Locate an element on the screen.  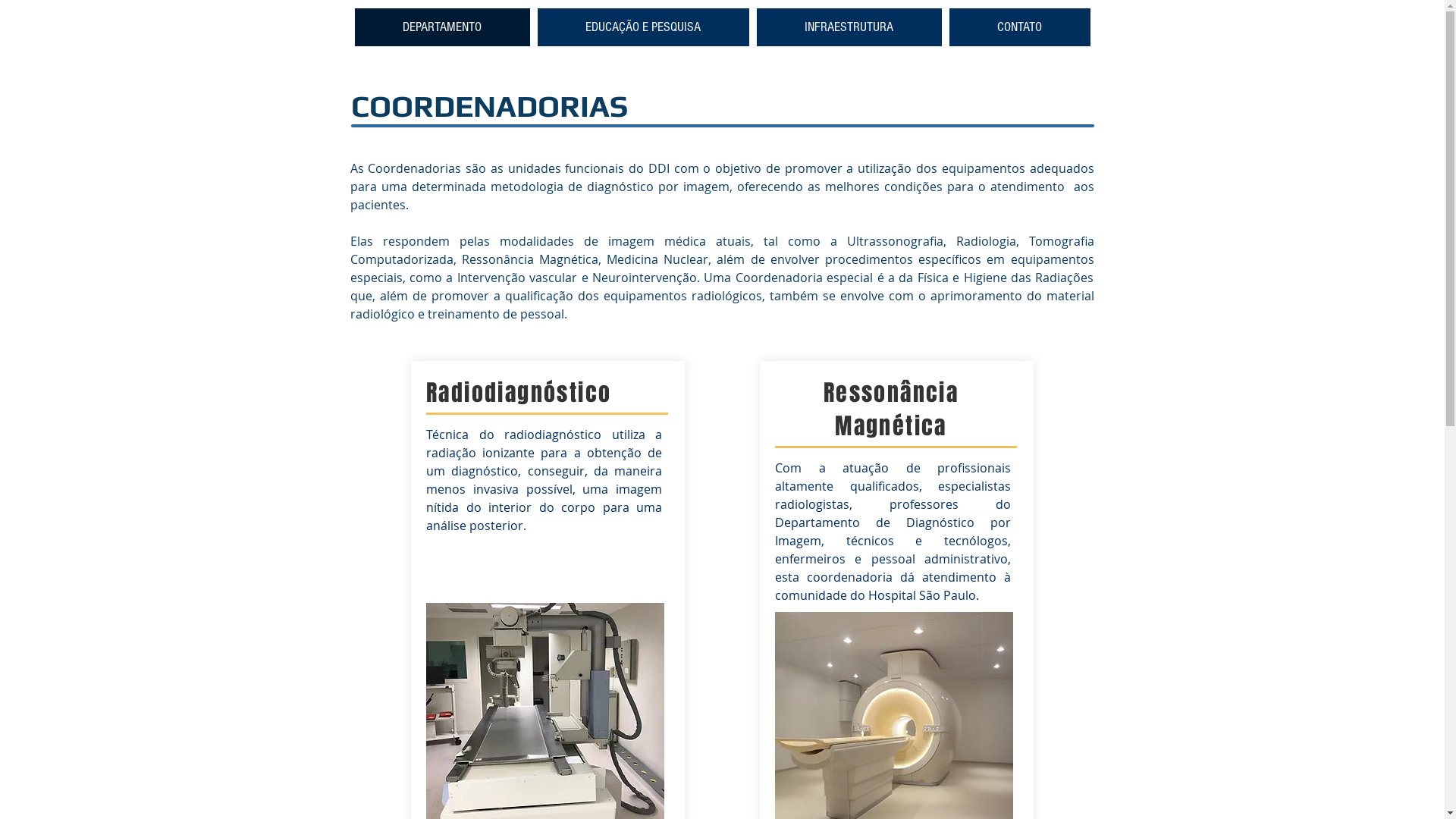
'INFRAESTRUTURA' is located at coordinates (757, 27).